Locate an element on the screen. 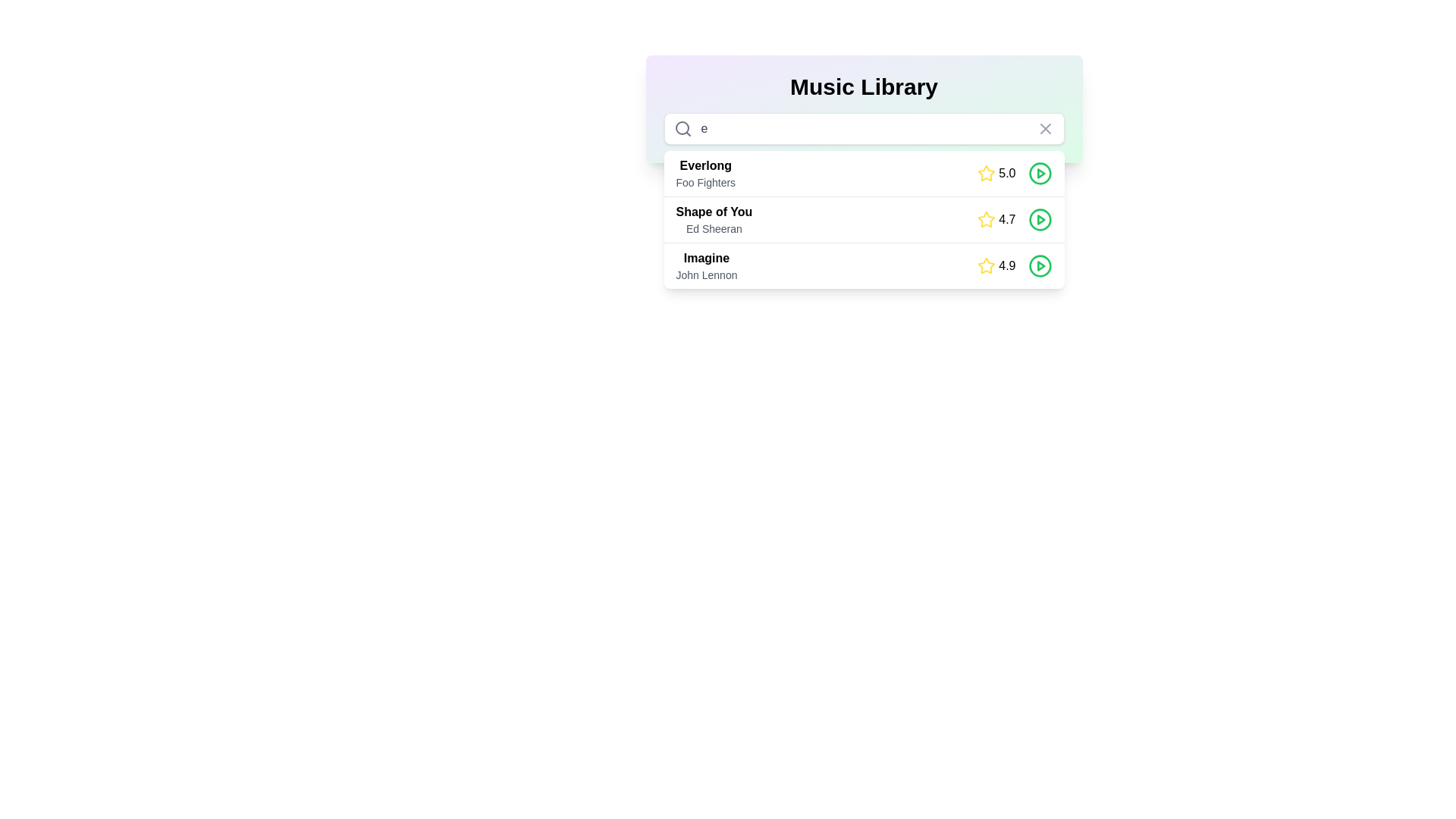 The width and height of the screenshot is (1456, 819). the text label 'John Lennon' which is positioned below 'Imagine' in the music library interface is located at coordinates (705, 275).